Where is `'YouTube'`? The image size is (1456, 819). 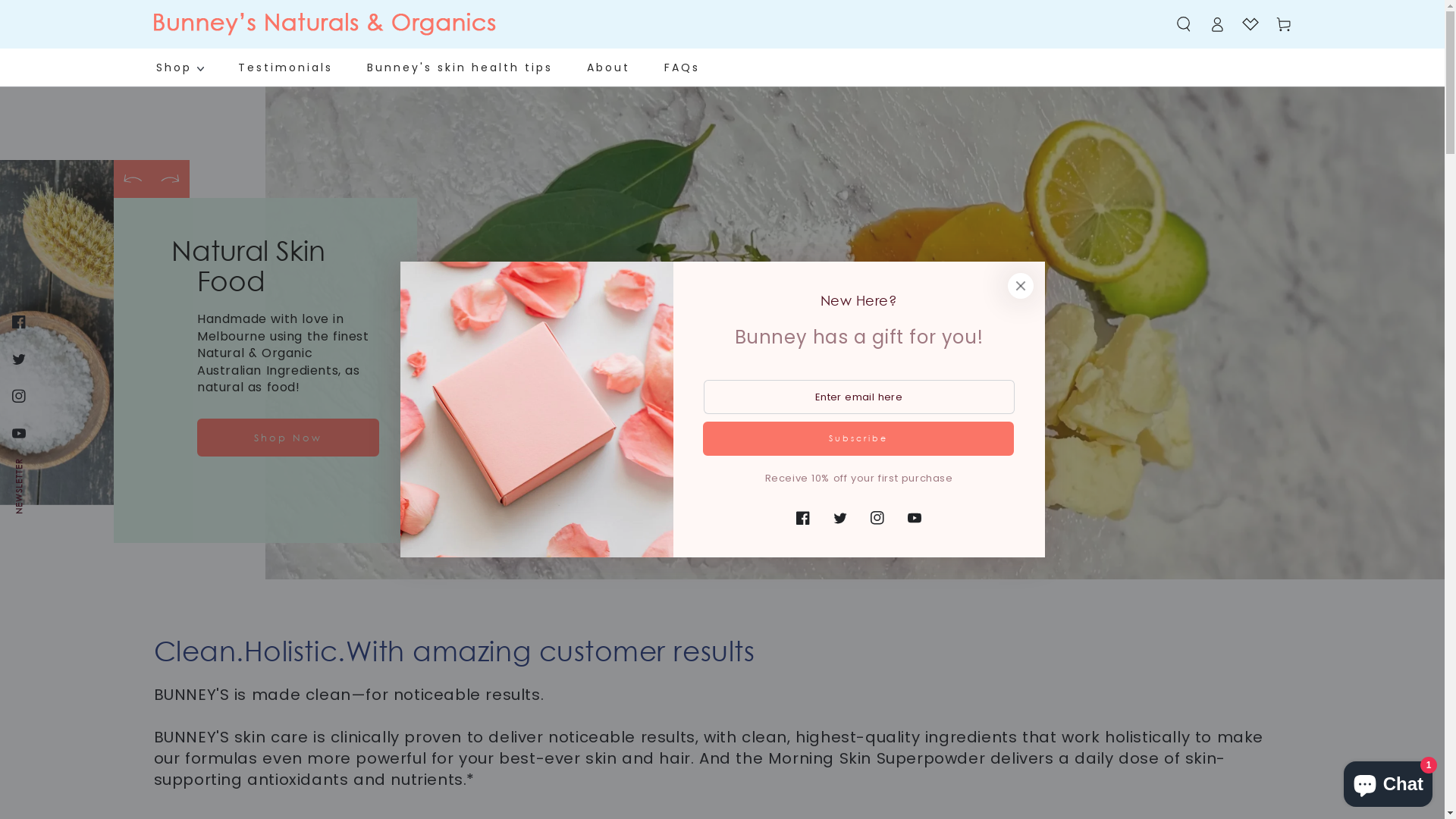 'YouTube' is located at coordinates (18, 433).